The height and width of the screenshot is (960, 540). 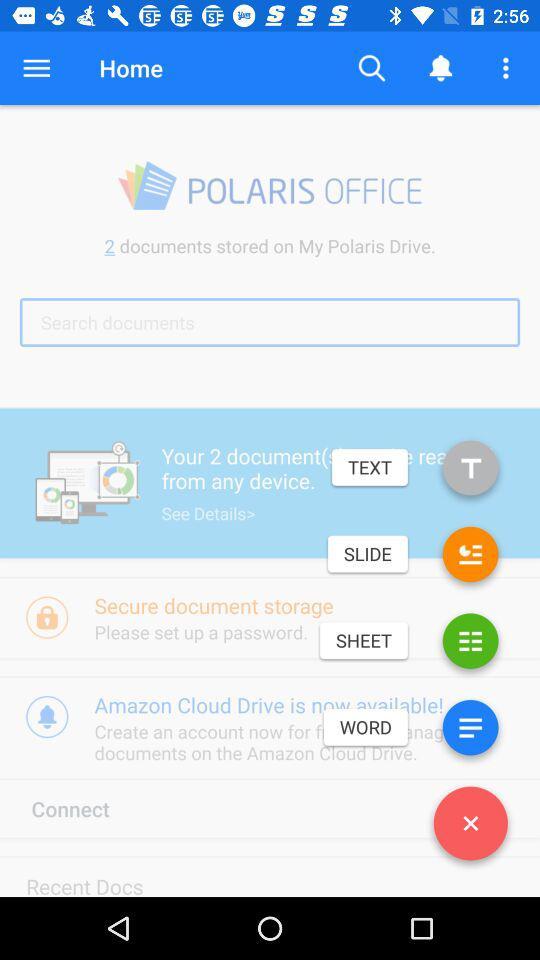 What do you see at coordinates (470, 730) in the screenshot?
I see `word file option` at bounding box center [470, 730].